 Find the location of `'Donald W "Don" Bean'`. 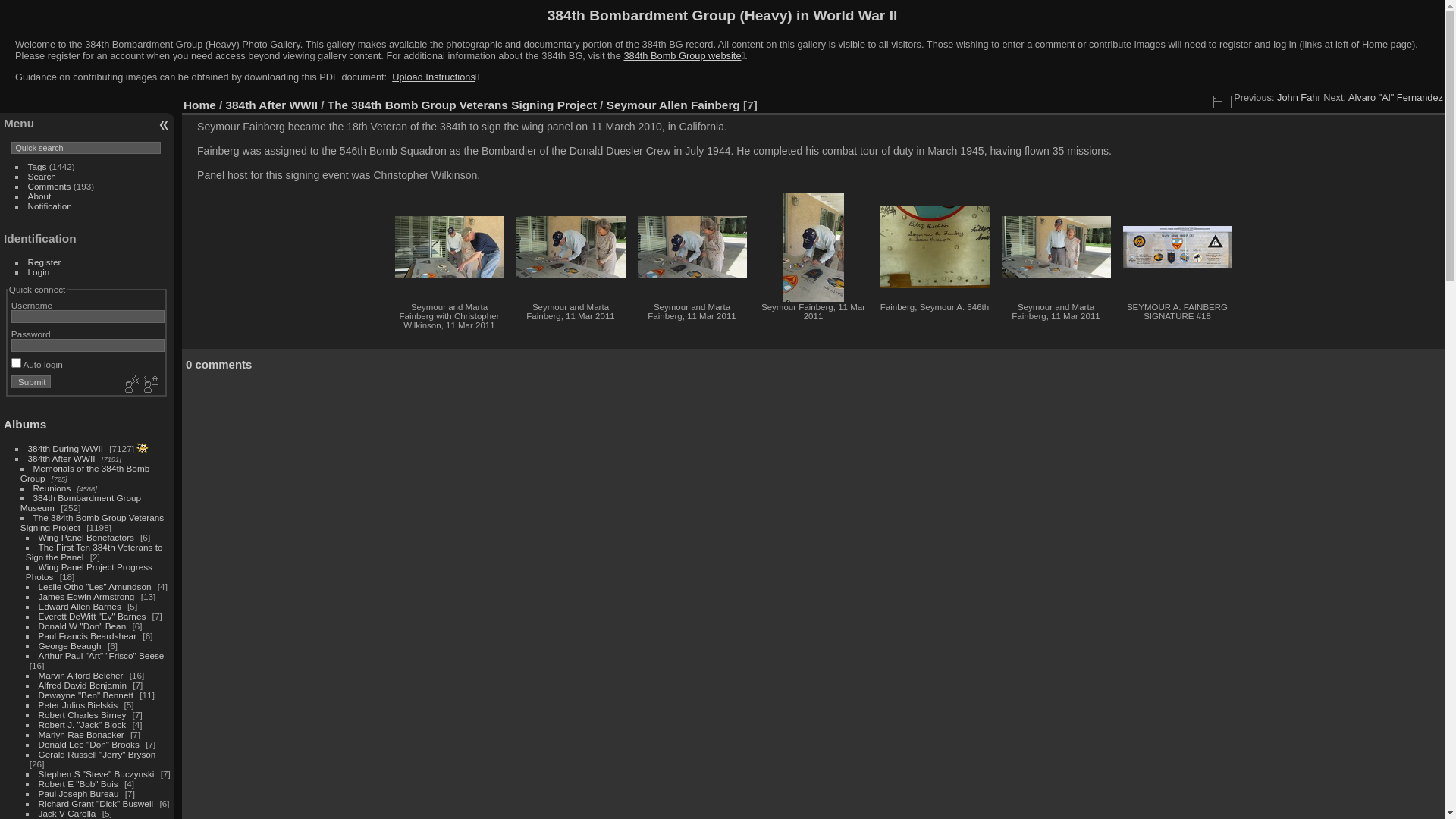

'Donald W "Don" Bean' is located at coordinates (82, 626).